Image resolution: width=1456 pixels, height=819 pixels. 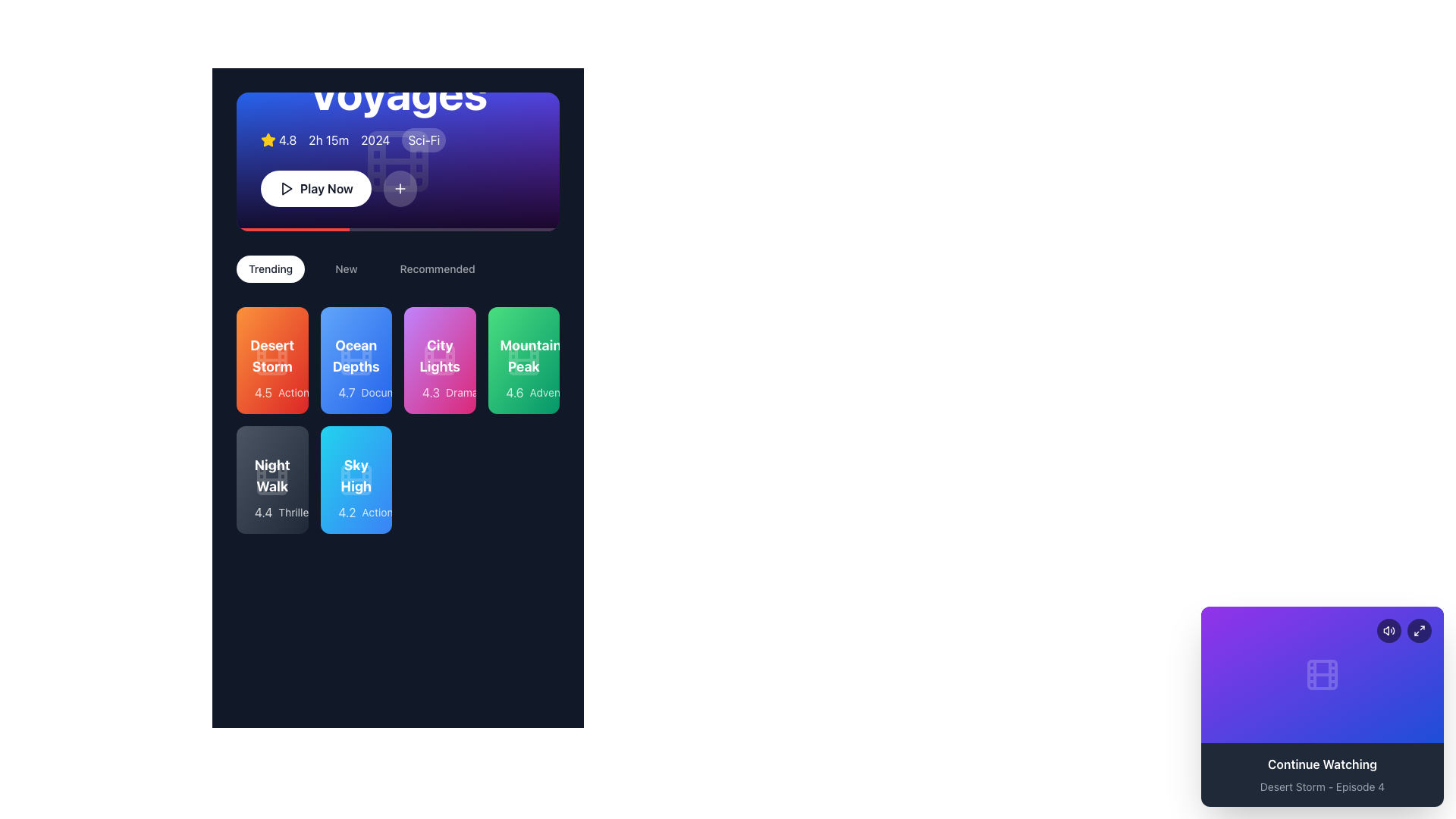 I want to click on the decorative icon representing a film reel located in the bottom-right overlay card, so click(x=1321, y=674).